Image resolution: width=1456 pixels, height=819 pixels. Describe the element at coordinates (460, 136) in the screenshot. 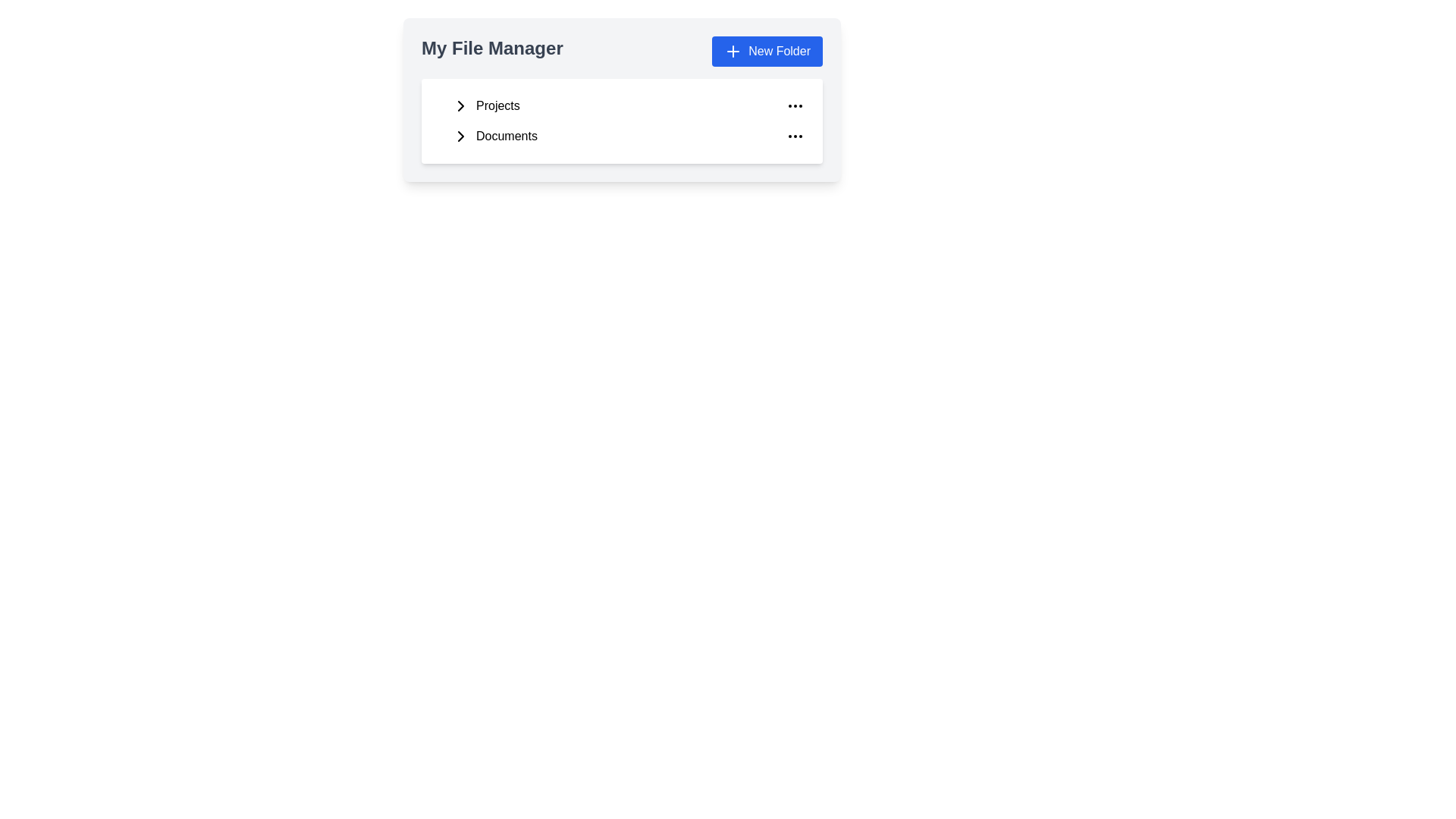

I see `the right-pointing arrow icon located in the 'Documents' section of the file manager interface` at that location.